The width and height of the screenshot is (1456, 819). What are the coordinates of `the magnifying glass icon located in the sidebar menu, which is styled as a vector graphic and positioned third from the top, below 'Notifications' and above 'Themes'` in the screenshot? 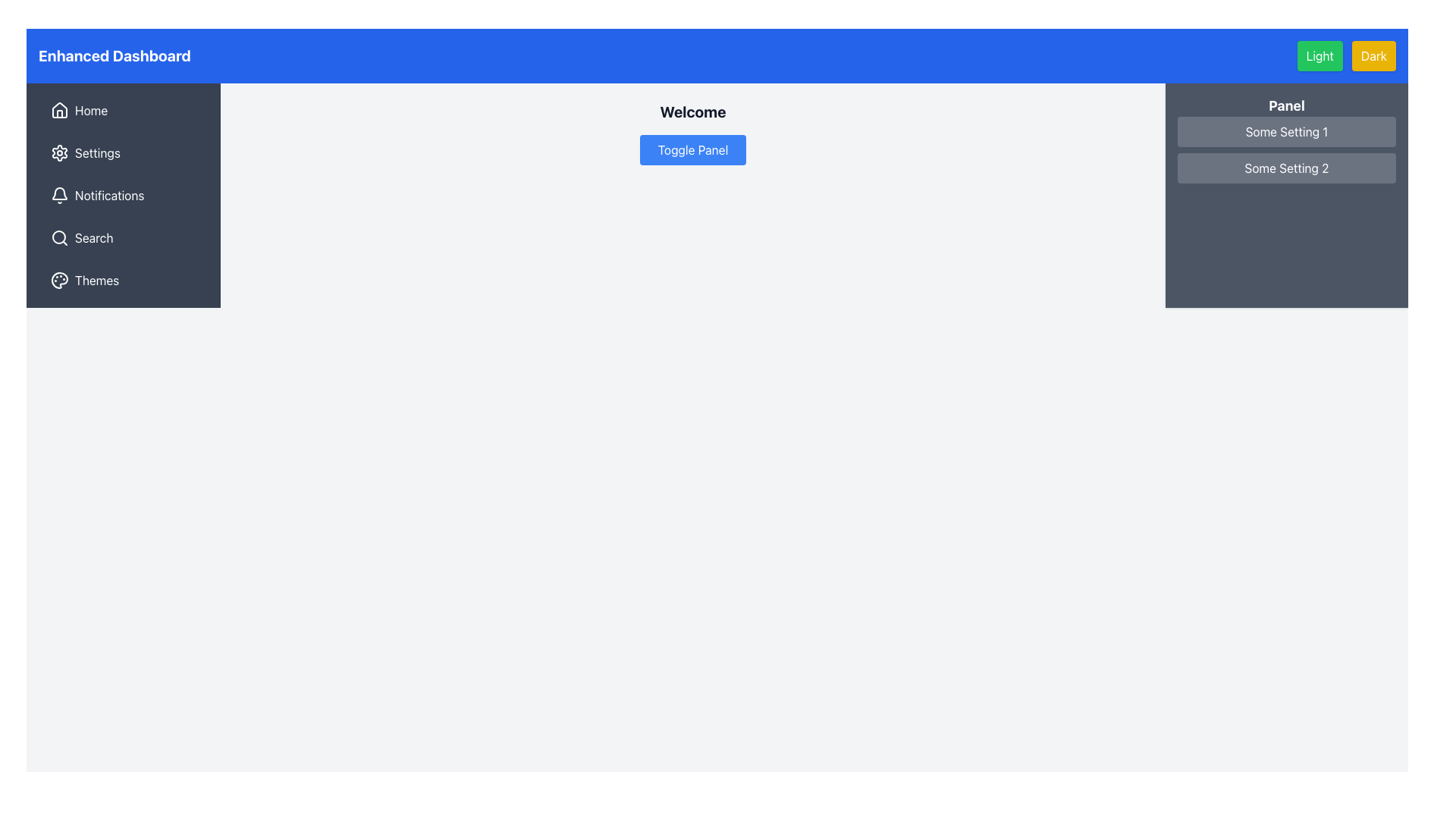 It's located at (59, 237).